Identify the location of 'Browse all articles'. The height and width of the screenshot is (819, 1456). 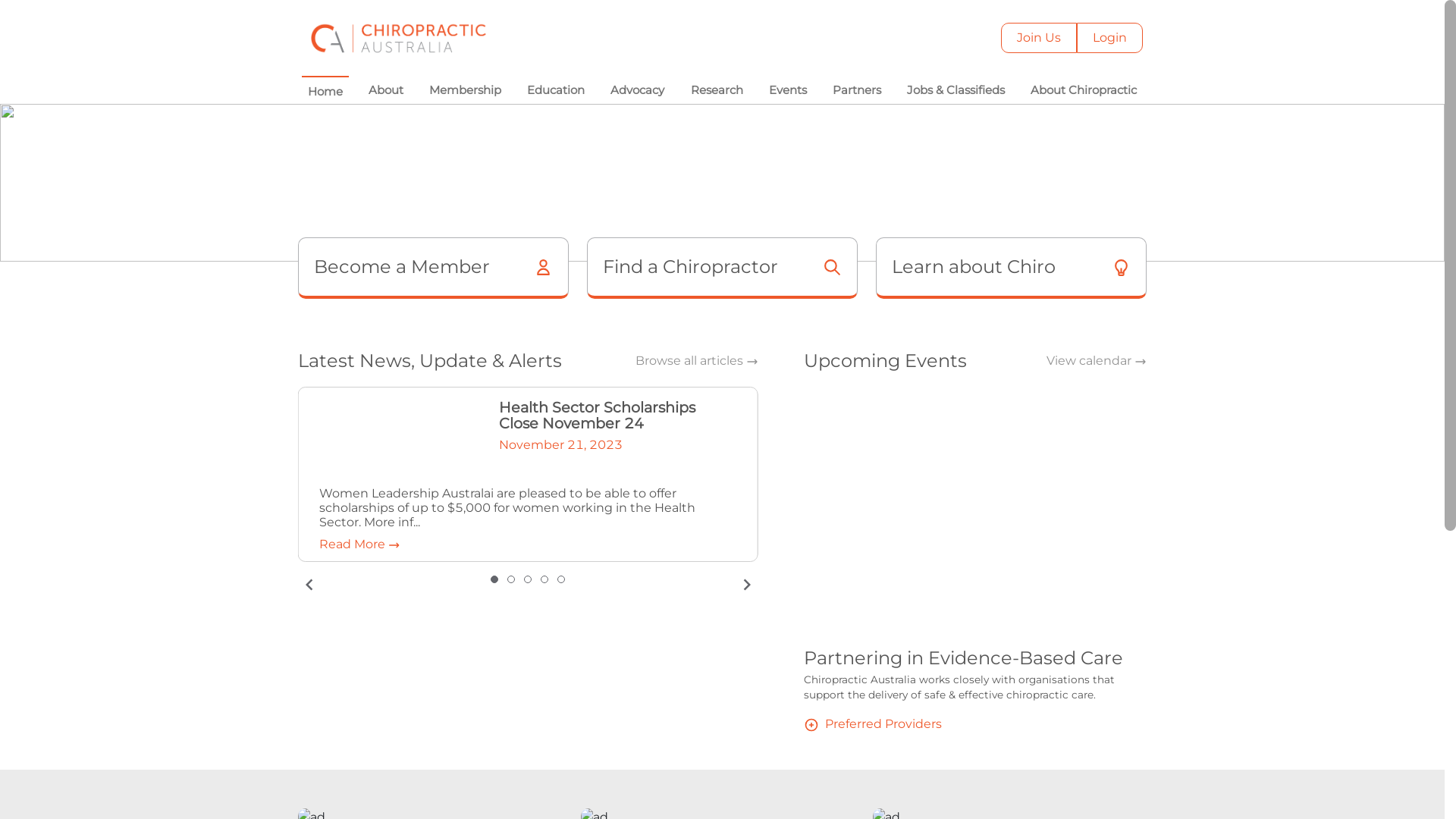
(695, 360).